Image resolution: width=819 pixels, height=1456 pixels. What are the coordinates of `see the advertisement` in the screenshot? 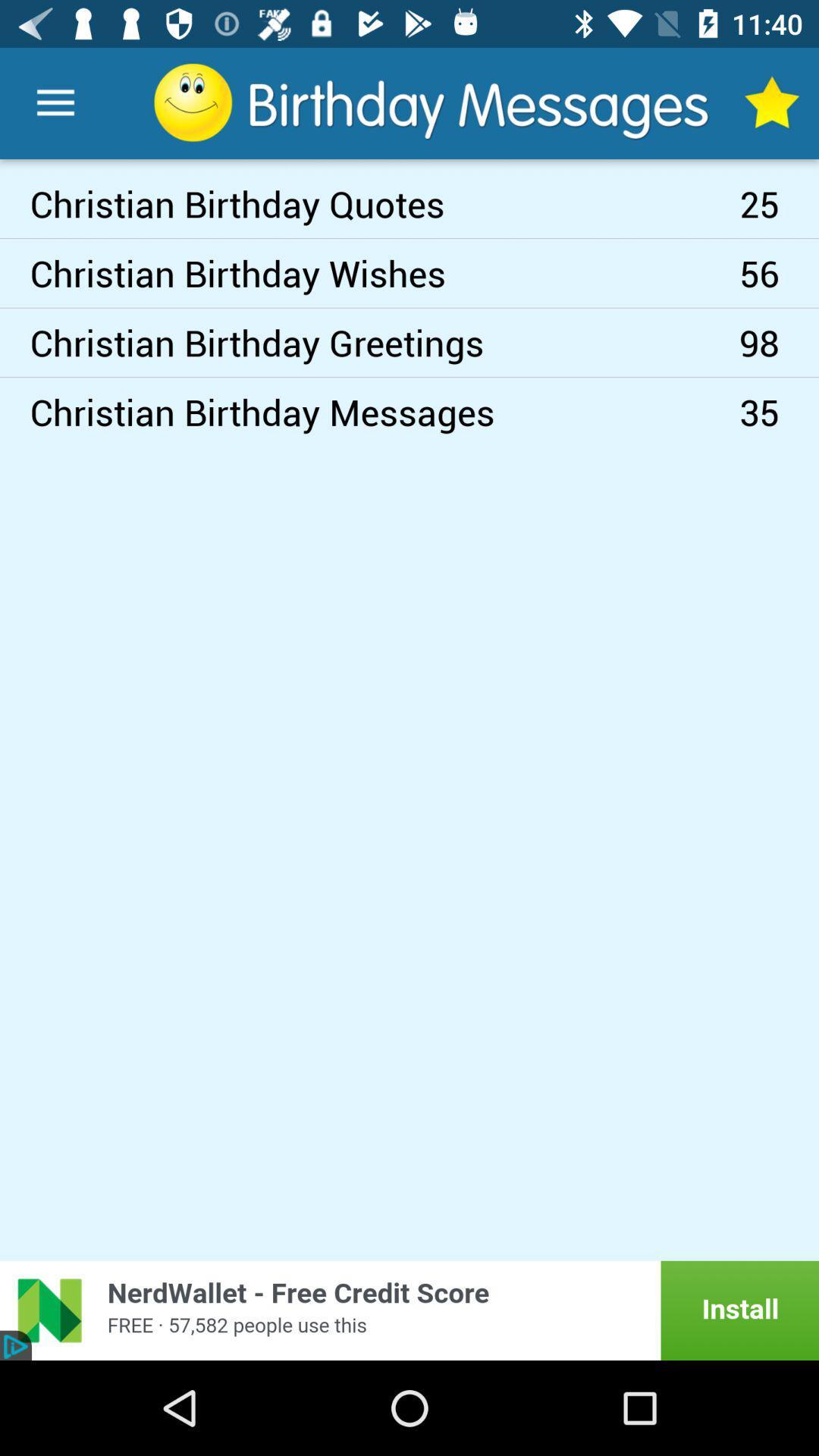 It's located at (409, 1310).